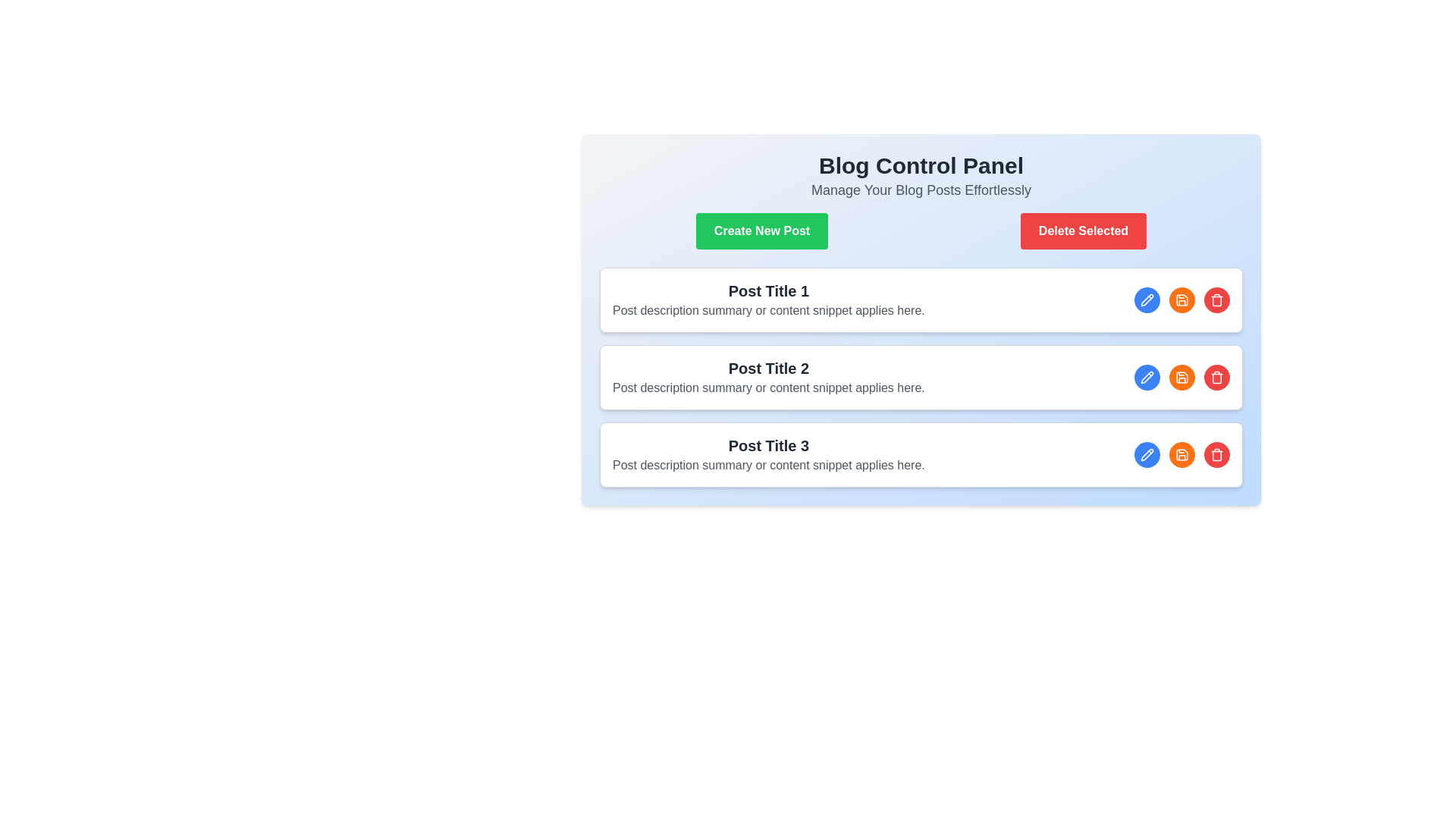 This screenshot has height=819, width=1456. I want to click on text of the prominent heading that says 'Blog Control Panel', which is styled in bold and located at the center of the content area, so click(920, 166).